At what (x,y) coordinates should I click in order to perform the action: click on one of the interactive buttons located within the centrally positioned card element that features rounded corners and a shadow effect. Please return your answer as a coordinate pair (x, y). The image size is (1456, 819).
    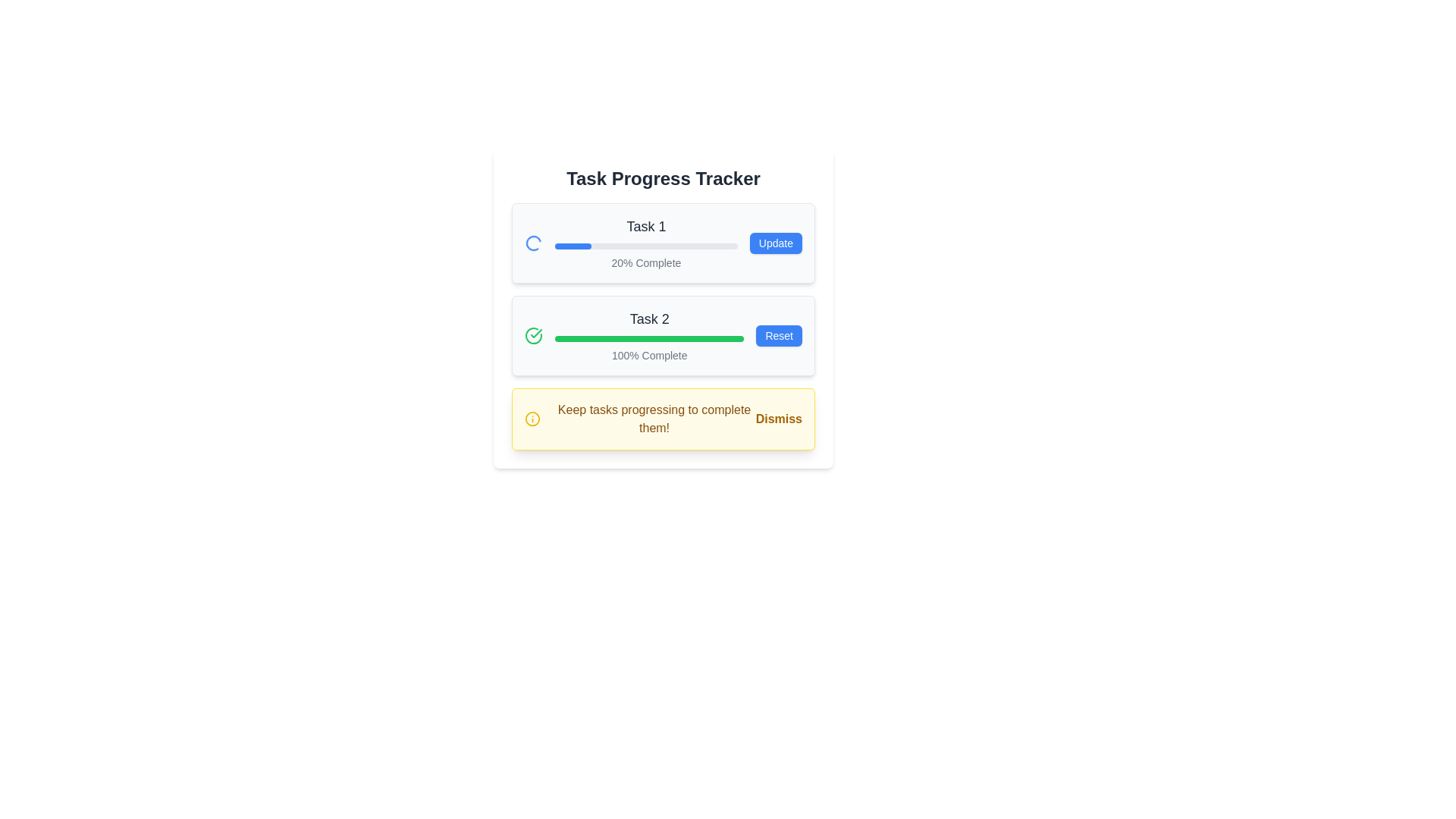
    Looking at the image, I should click on (663, 308).